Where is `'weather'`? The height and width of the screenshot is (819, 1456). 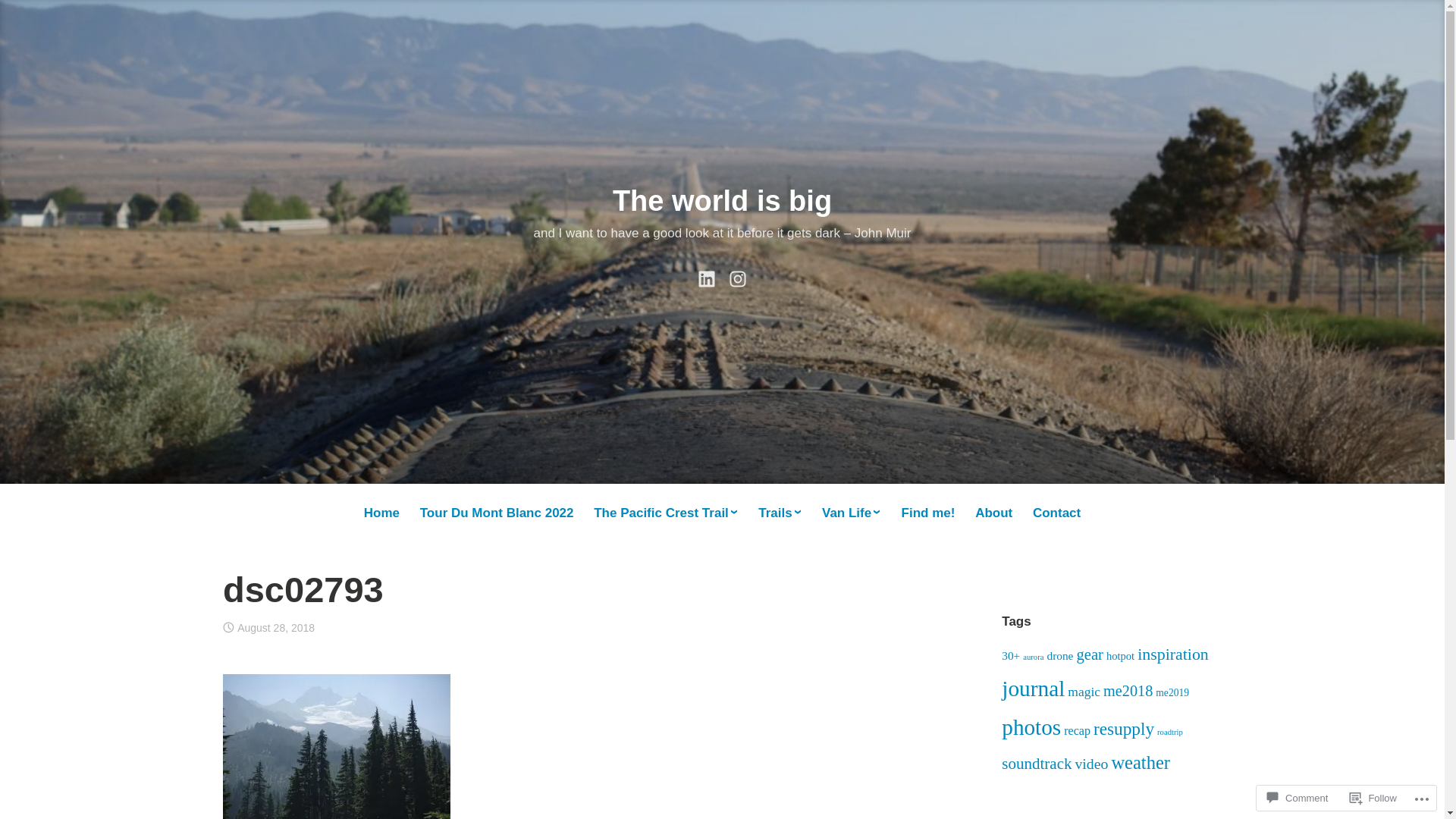
'weather' is located at coordinates (1140, 762).